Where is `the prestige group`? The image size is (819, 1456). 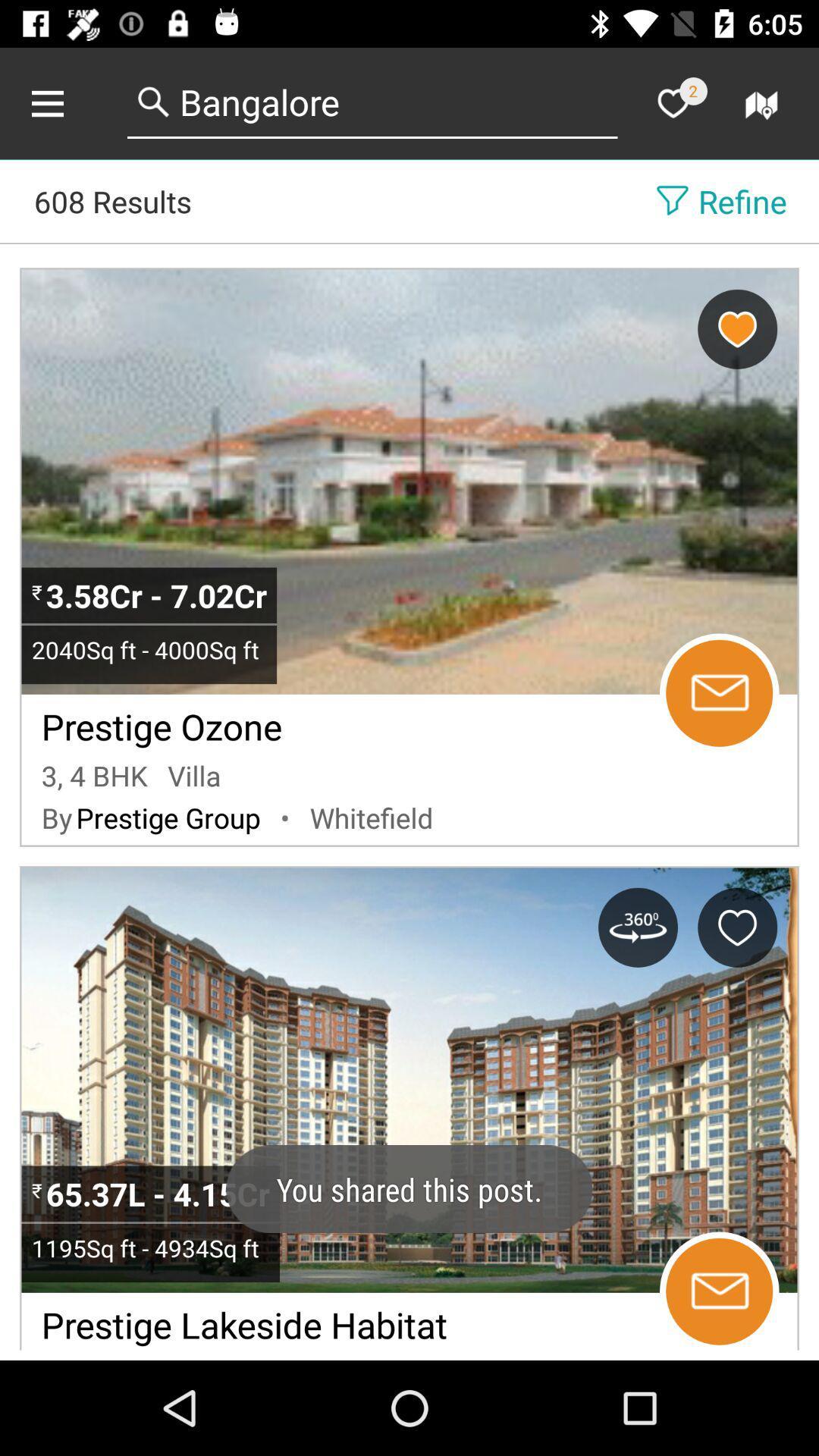 the prestige group is located at coordinates (168, 817).